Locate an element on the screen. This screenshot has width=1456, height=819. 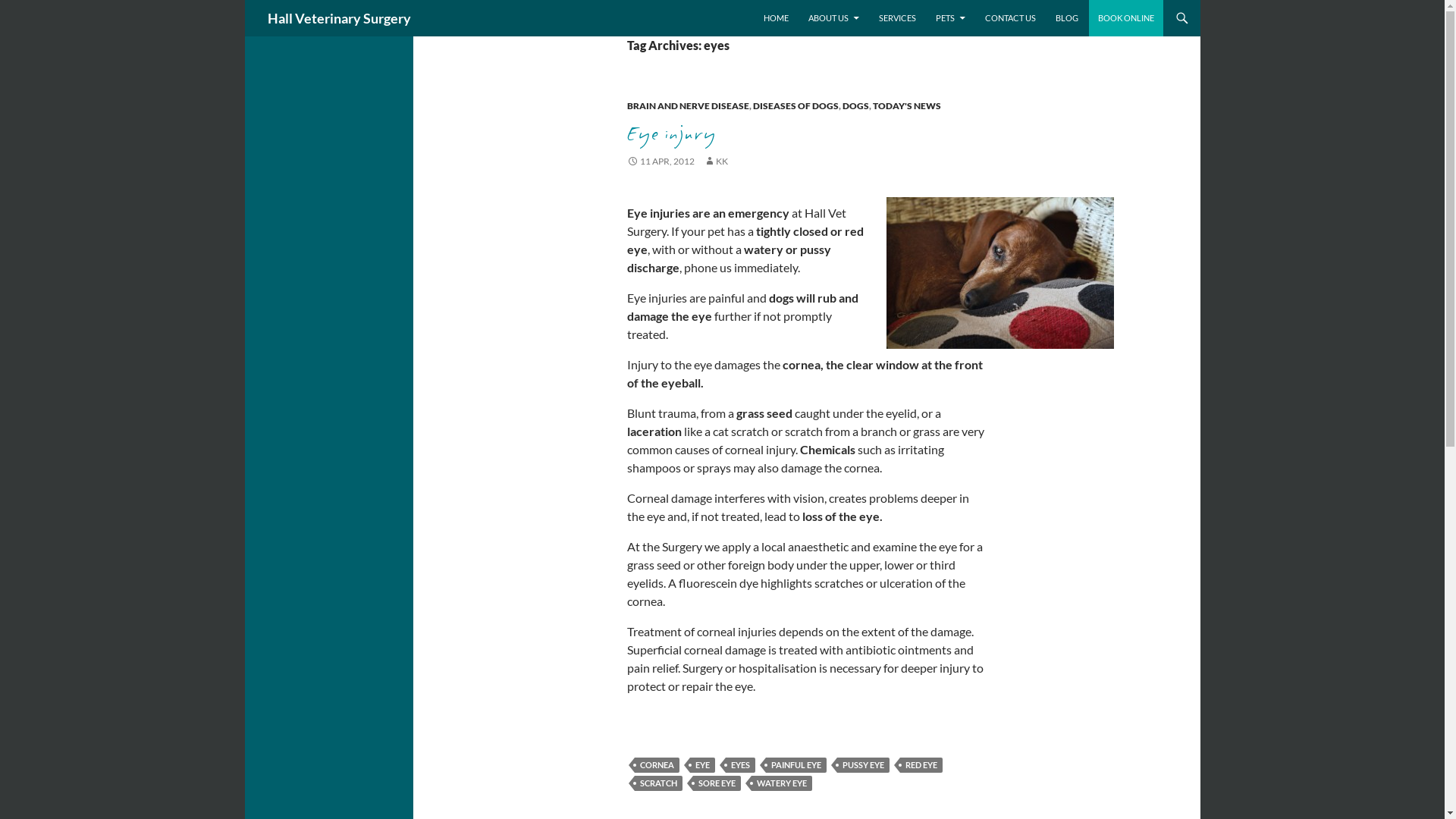
'PAINFUL EYE' is located at coordinates (795, 765).